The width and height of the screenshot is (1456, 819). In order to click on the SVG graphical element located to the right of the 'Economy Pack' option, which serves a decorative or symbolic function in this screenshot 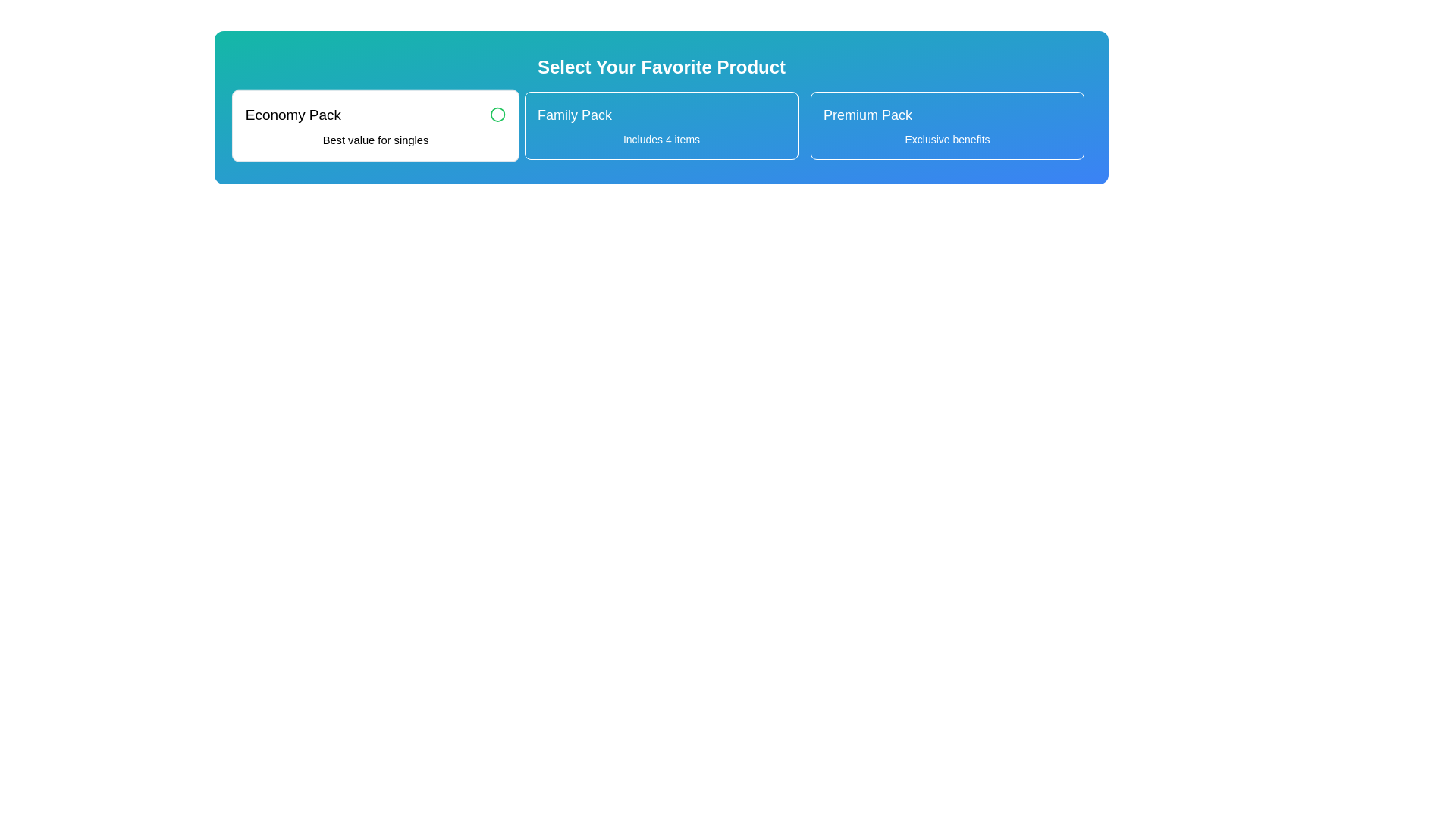, I will do `click(497, 114)`.